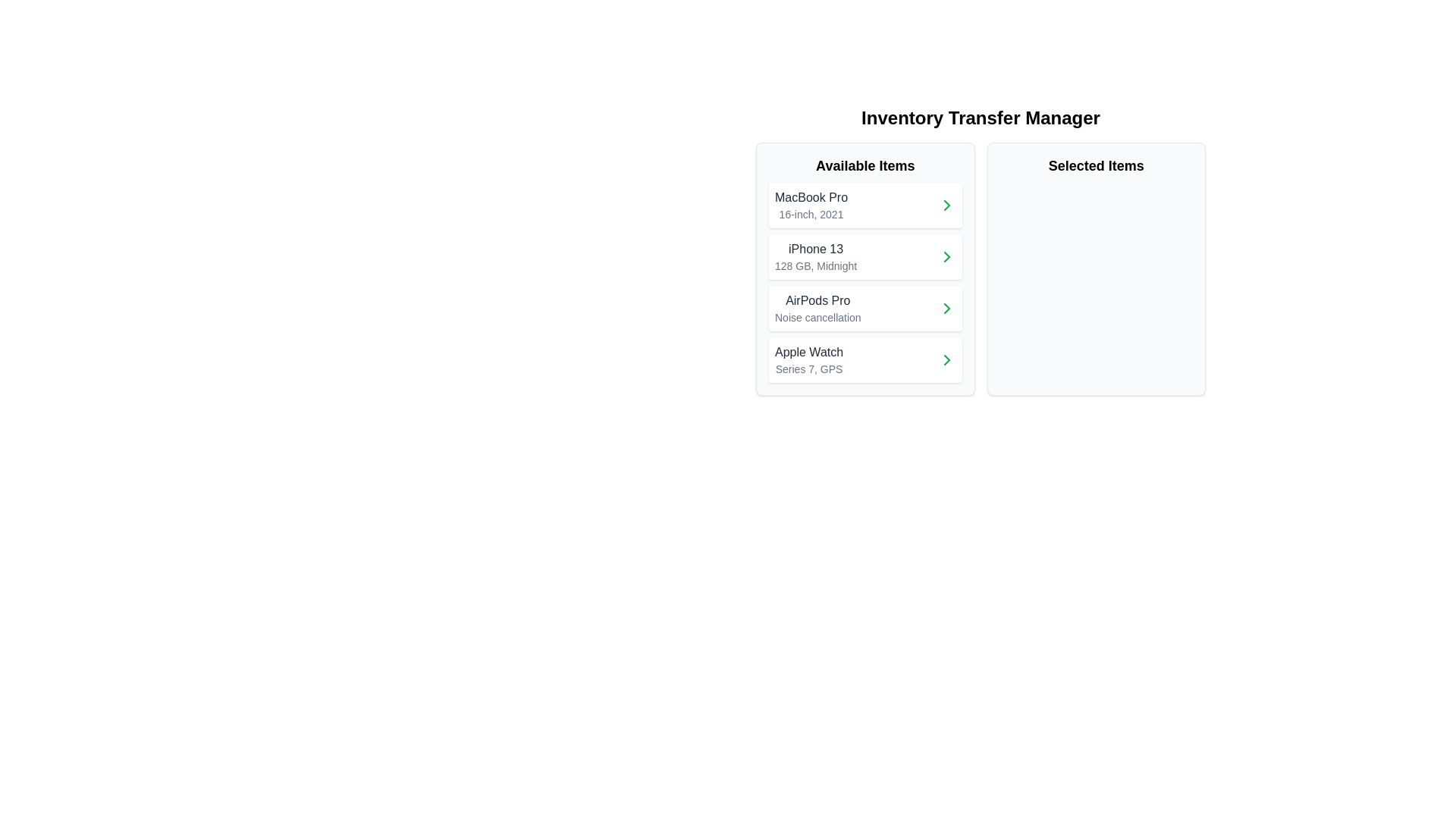  Describe the element at coordinates (865, 256) in the screenshot. I see `to select the second item in the vertically arranged list of the 'Available Items' section in the 'Inventory Transfer Manager' interface, which represents an iPhone 13 listing` at that location.